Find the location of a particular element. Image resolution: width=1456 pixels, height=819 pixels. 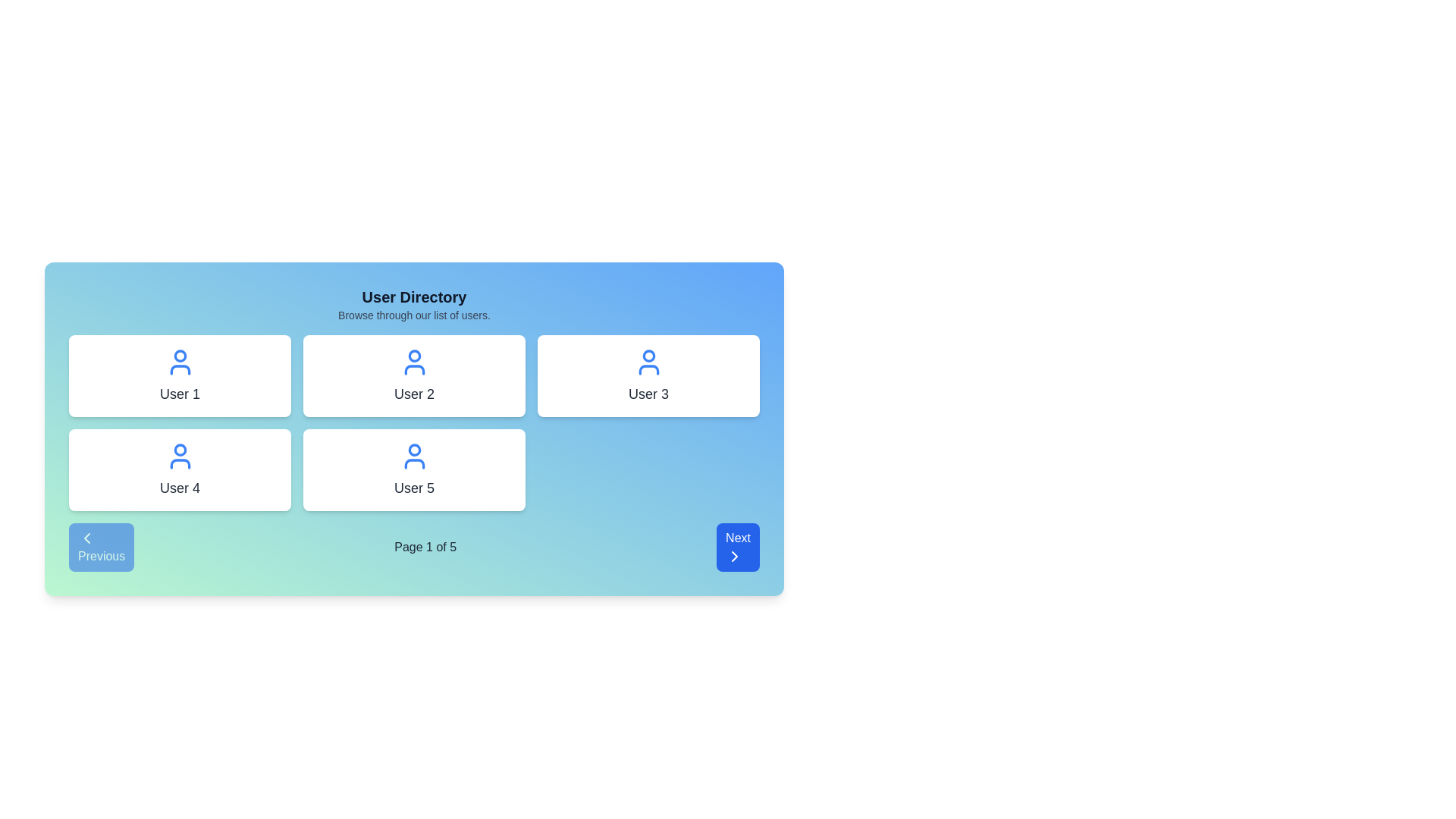

the text label that reads 'Browse through our list of users.', located directly below the title 'User Directory' in the header section is located at coordinates (414, 315).